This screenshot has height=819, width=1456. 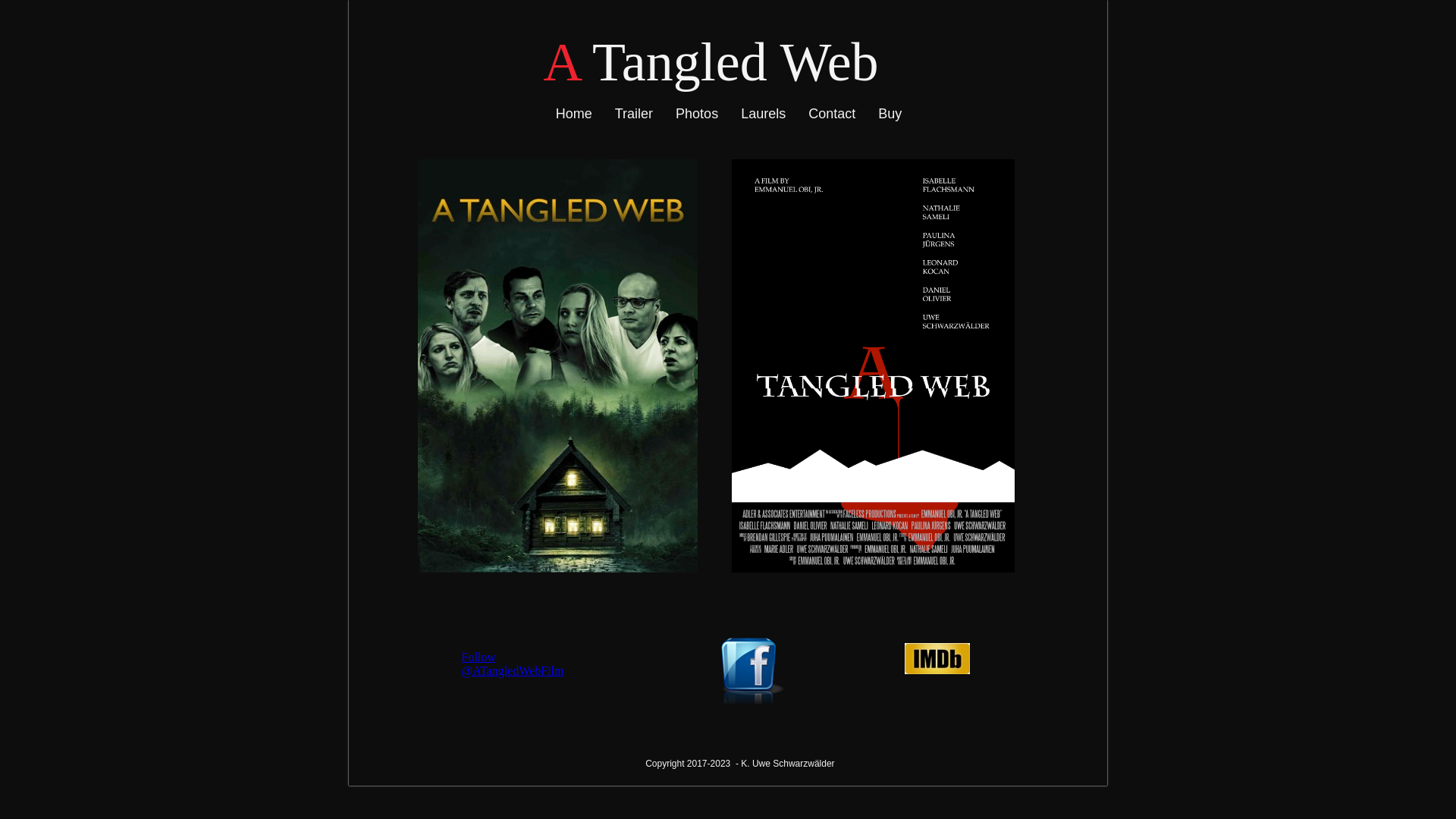 What do you see at coordinates (890, 113) in the screenshot?
I see `'Buy'` at bounding box center [890, 113].